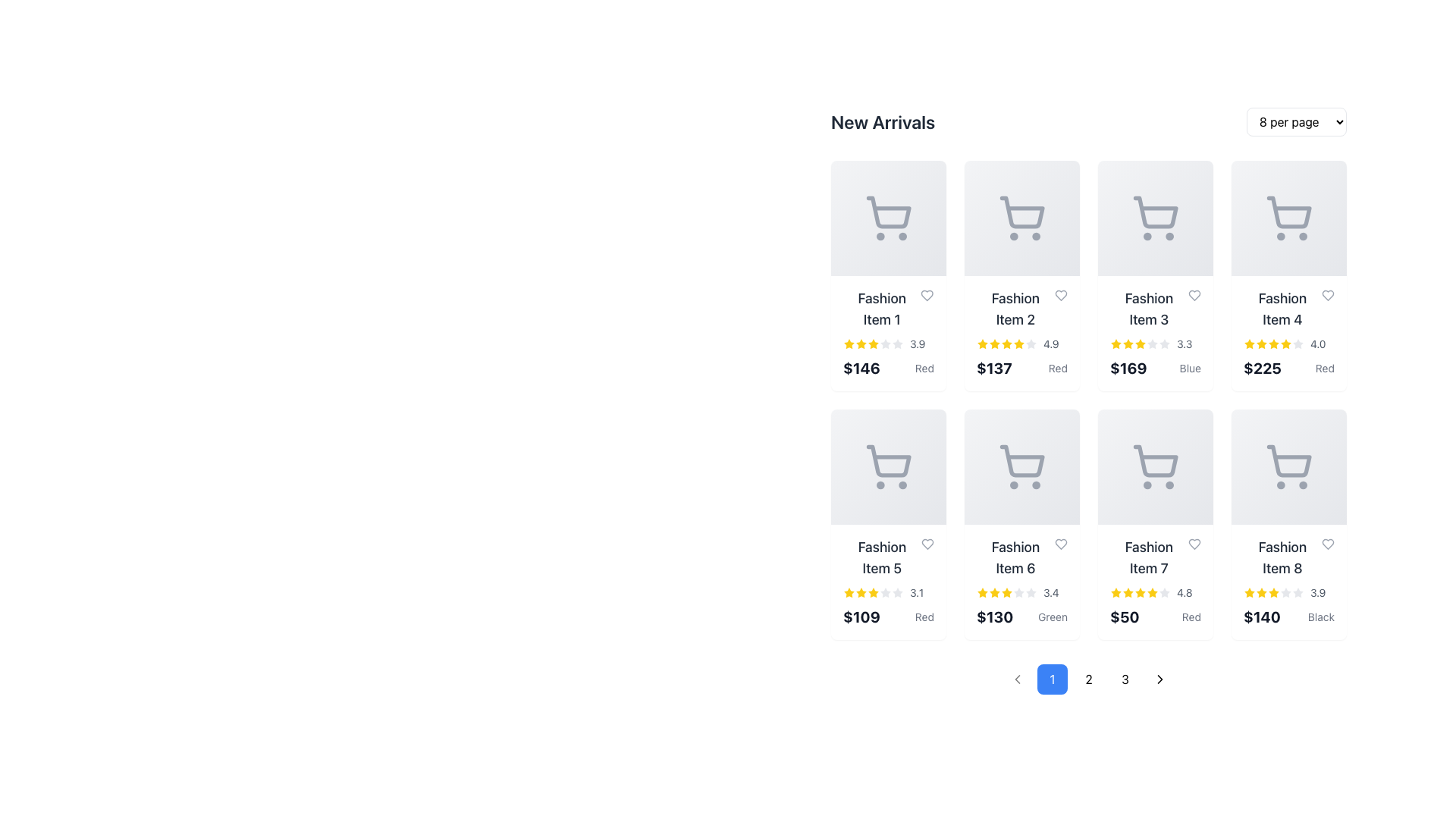 The image size is (1456, 819). What do you see at coordinates (995, 617) in the screenshot?
I see `the text label displaying the price of 'Fashion Item 6', which is located below the star rating and above the text 'Green'` at bounding box center [995, 617].